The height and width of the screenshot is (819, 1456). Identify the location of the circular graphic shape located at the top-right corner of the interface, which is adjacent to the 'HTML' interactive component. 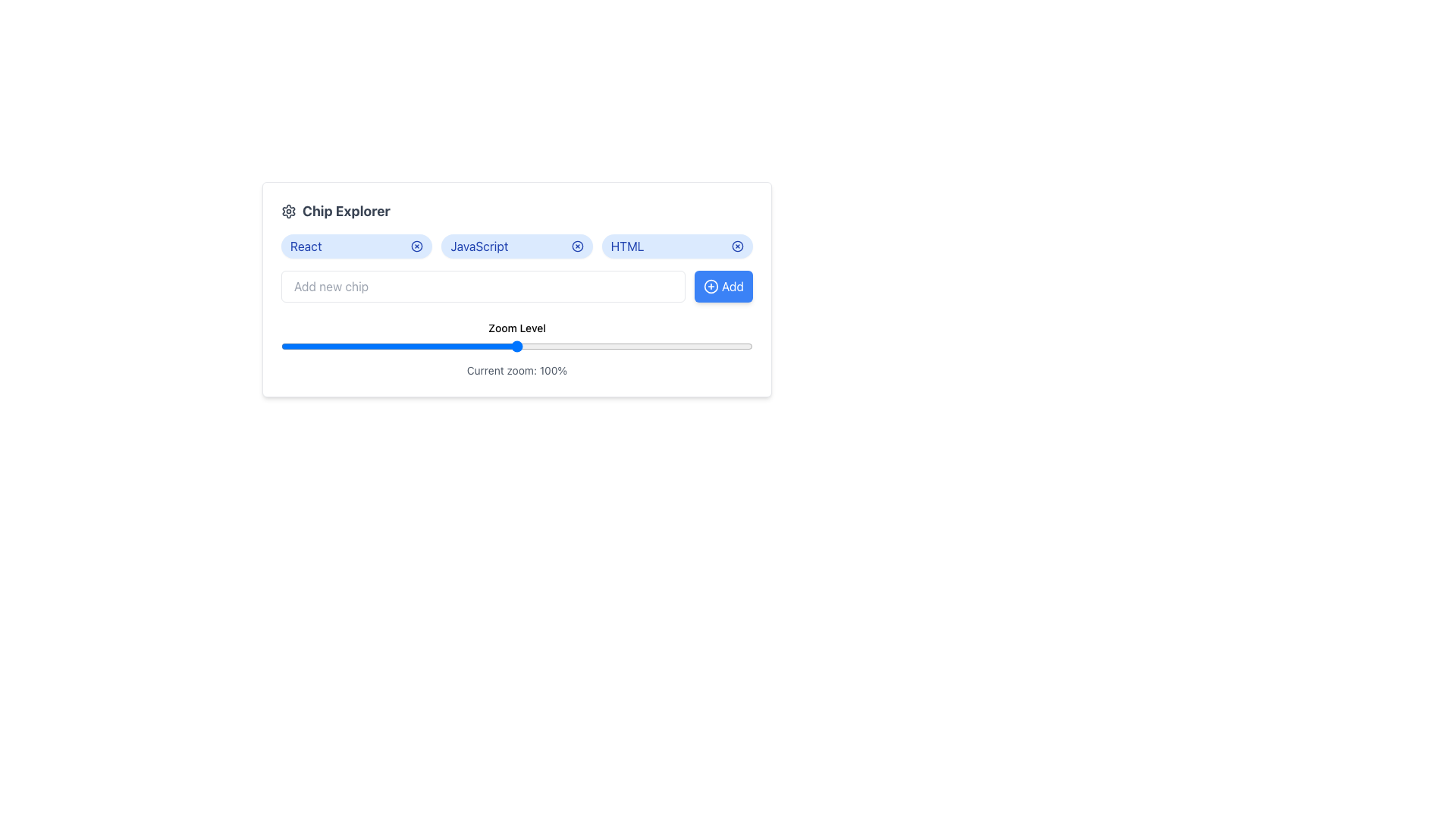
(738, 245).